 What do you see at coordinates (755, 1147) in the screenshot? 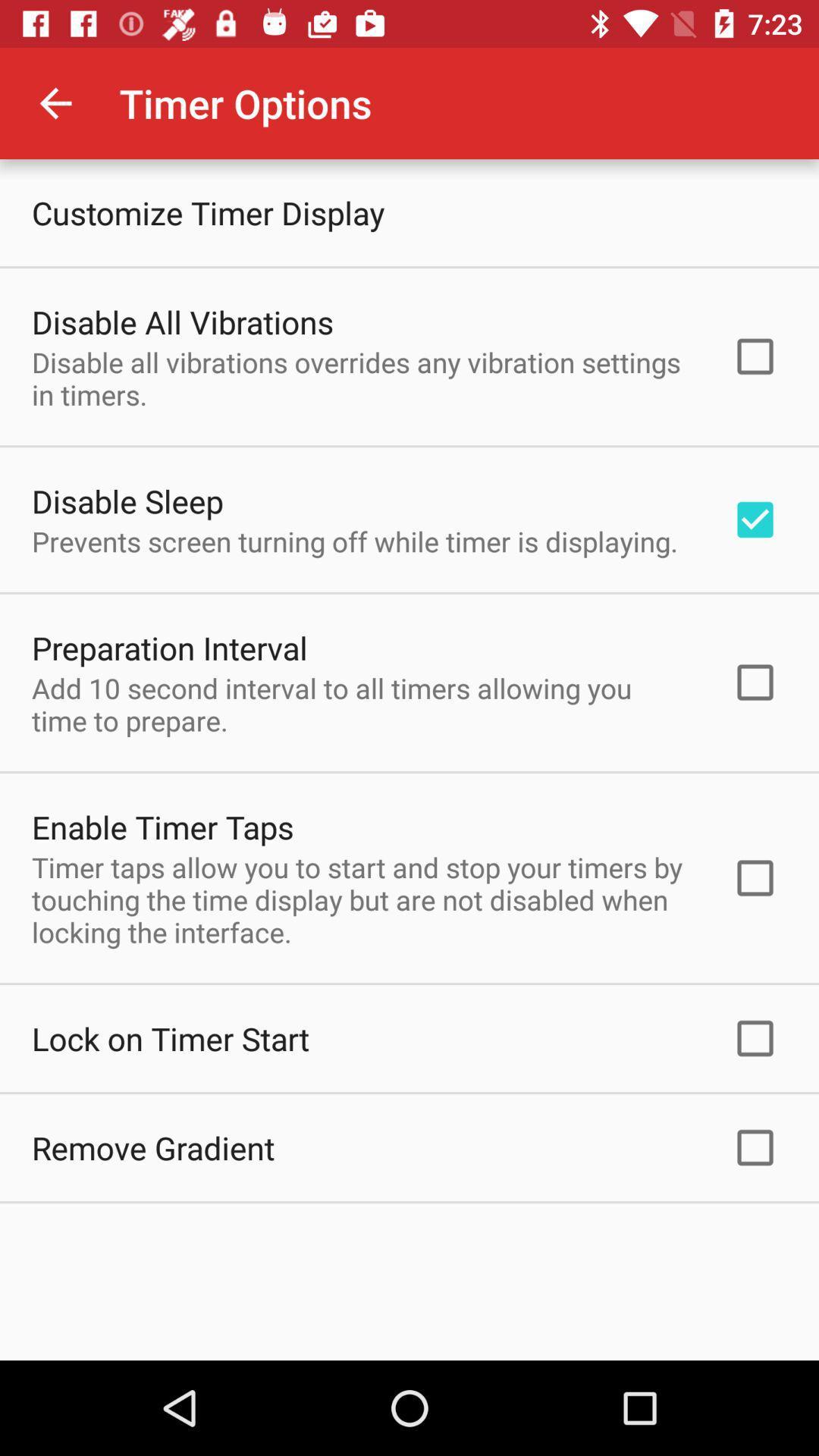
I see `the box symbol which is right hand side of the text remove graident` at bounding box center [755, 1147].